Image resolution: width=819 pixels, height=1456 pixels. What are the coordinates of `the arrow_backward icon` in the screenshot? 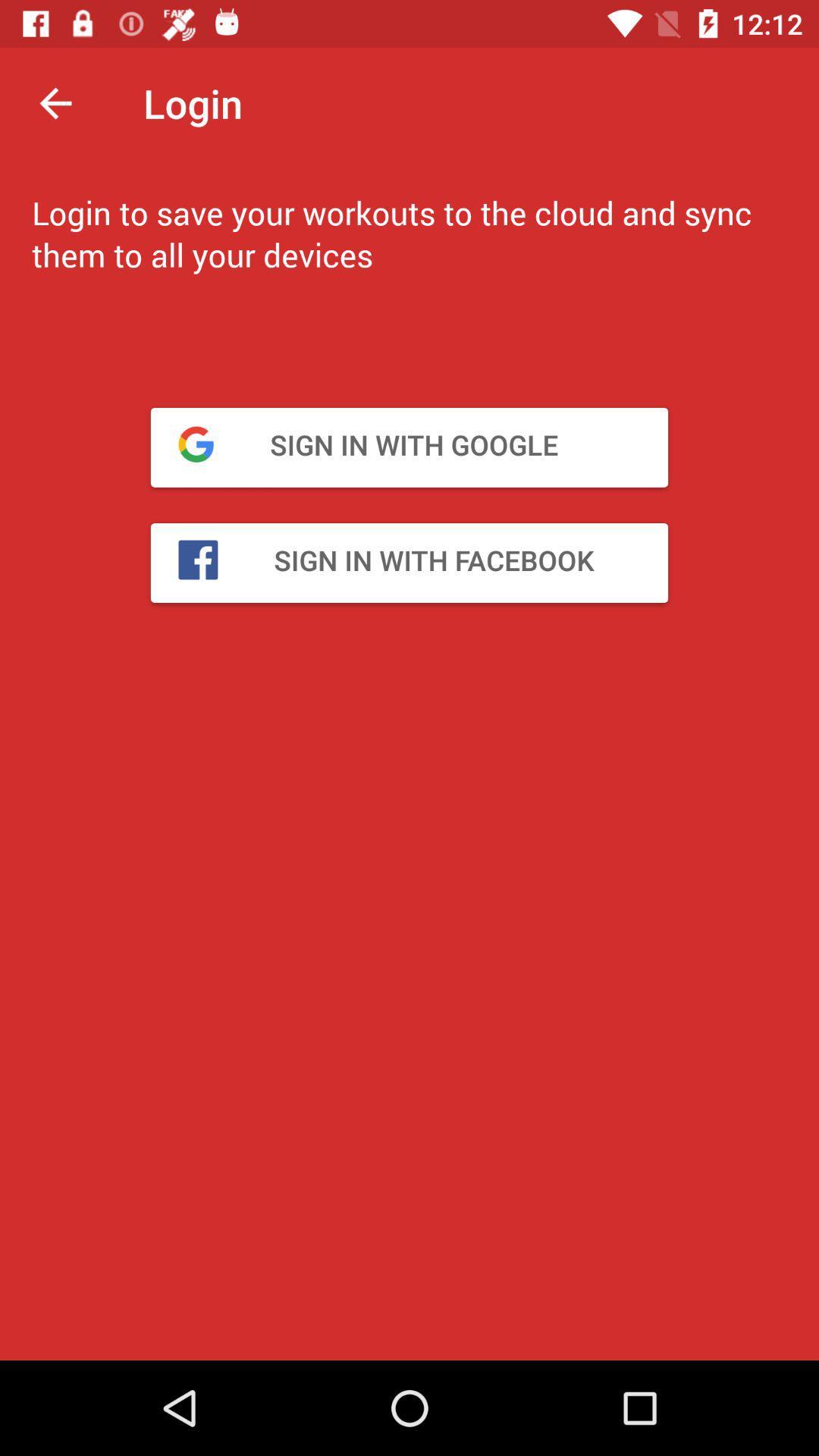 It's located at (55, 102).